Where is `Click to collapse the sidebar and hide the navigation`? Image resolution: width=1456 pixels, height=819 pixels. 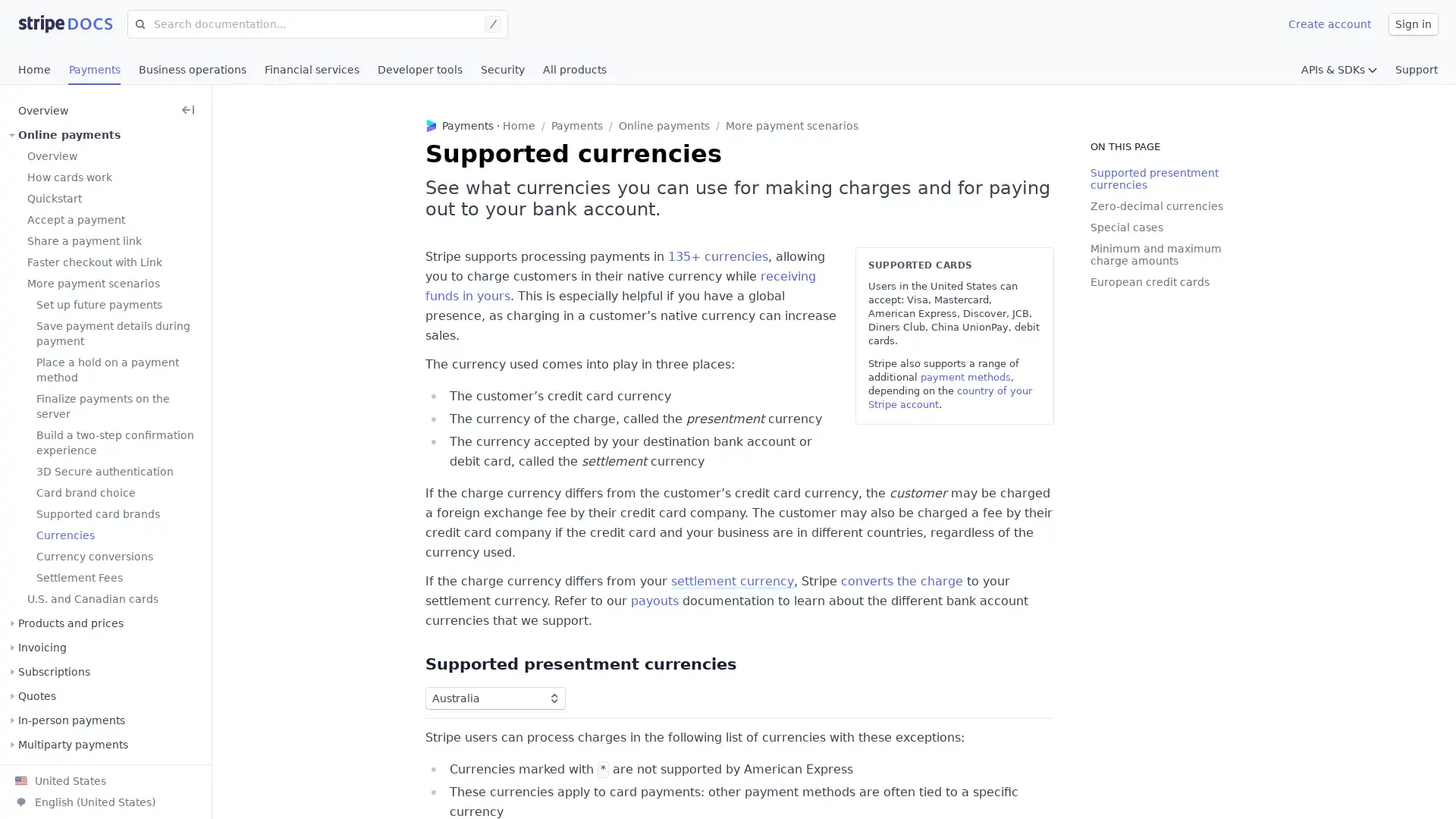
Click to collapse the sidebar and hide the navigation is located at coordinates (187, 110).